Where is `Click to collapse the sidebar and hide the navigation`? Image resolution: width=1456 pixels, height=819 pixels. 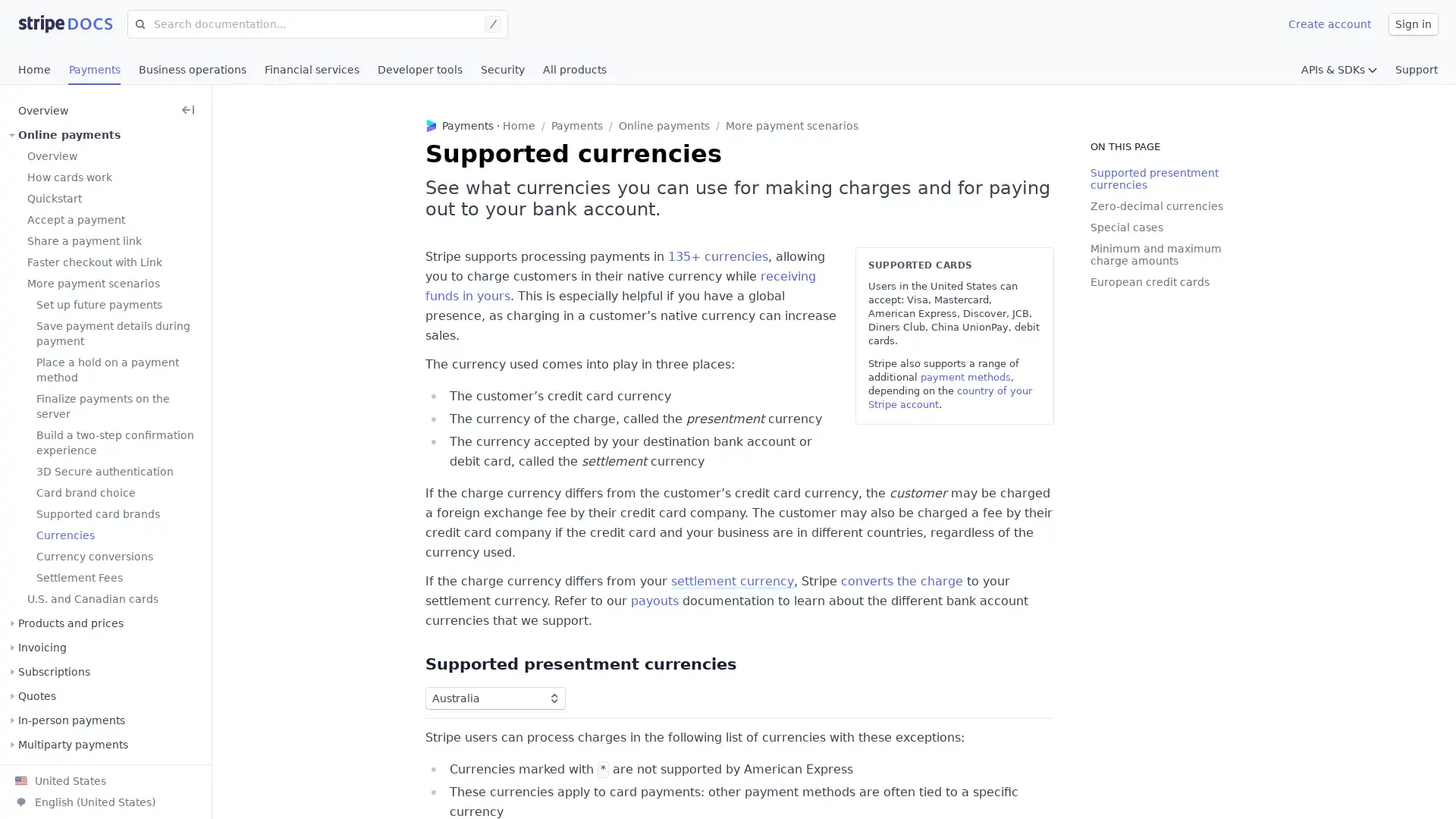
Click to collapse the sidebar and hide the navigation is located at coordinates (187, 110).